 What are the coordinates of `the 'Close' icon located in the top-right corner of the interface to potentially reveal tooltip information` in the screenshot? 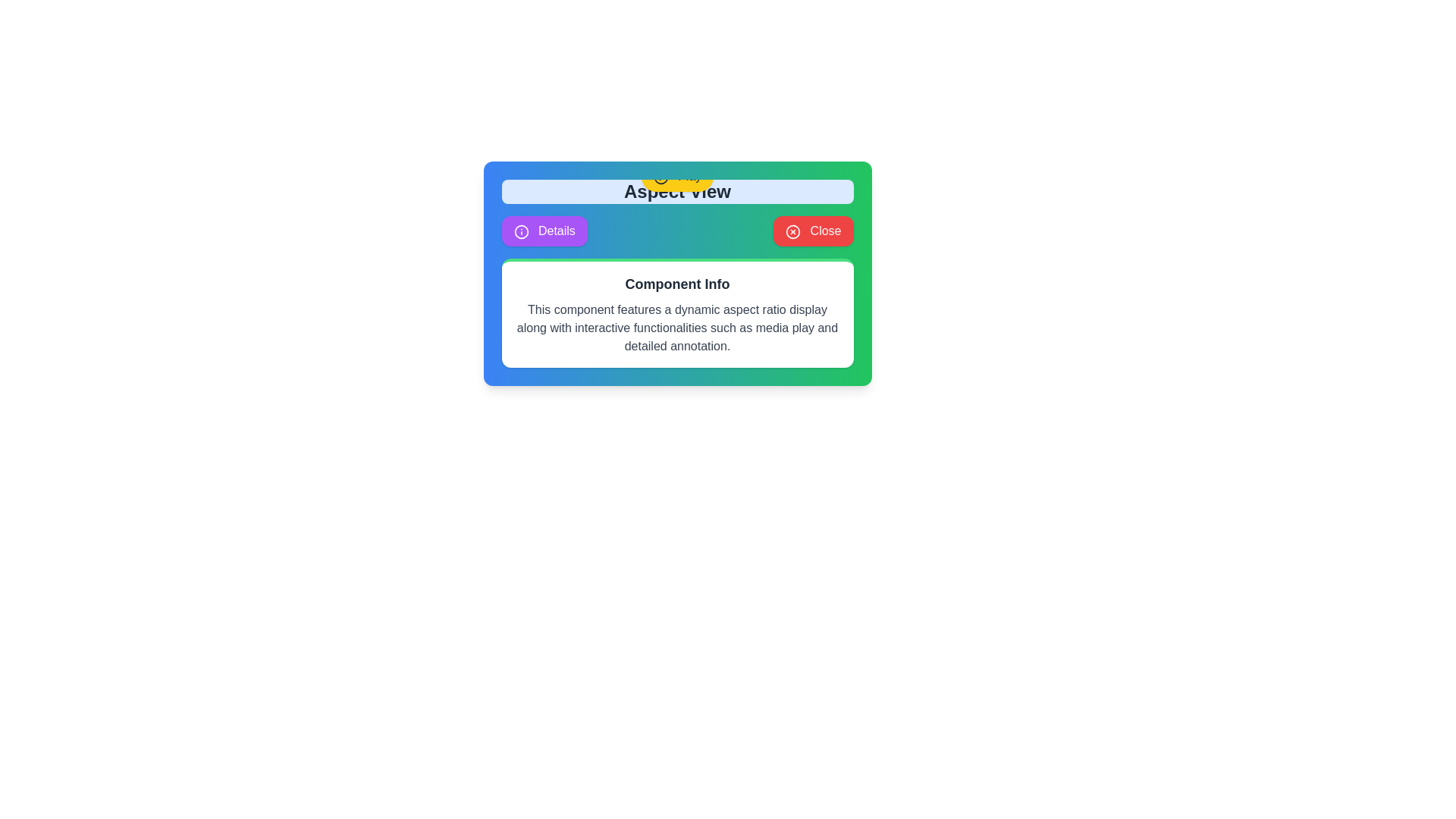 It's located at (792, 231).